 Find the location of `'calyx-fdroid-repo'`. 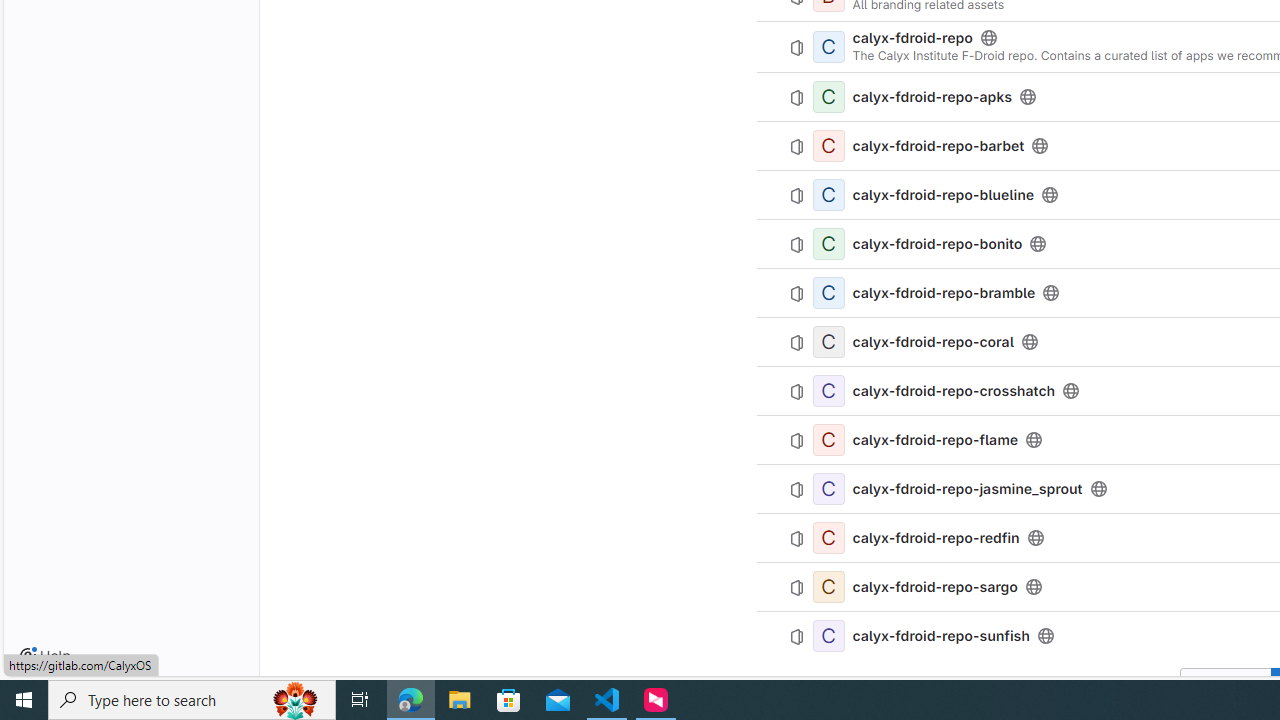

'calyx-fdroid-repo' is located at coordinates (911, 38).